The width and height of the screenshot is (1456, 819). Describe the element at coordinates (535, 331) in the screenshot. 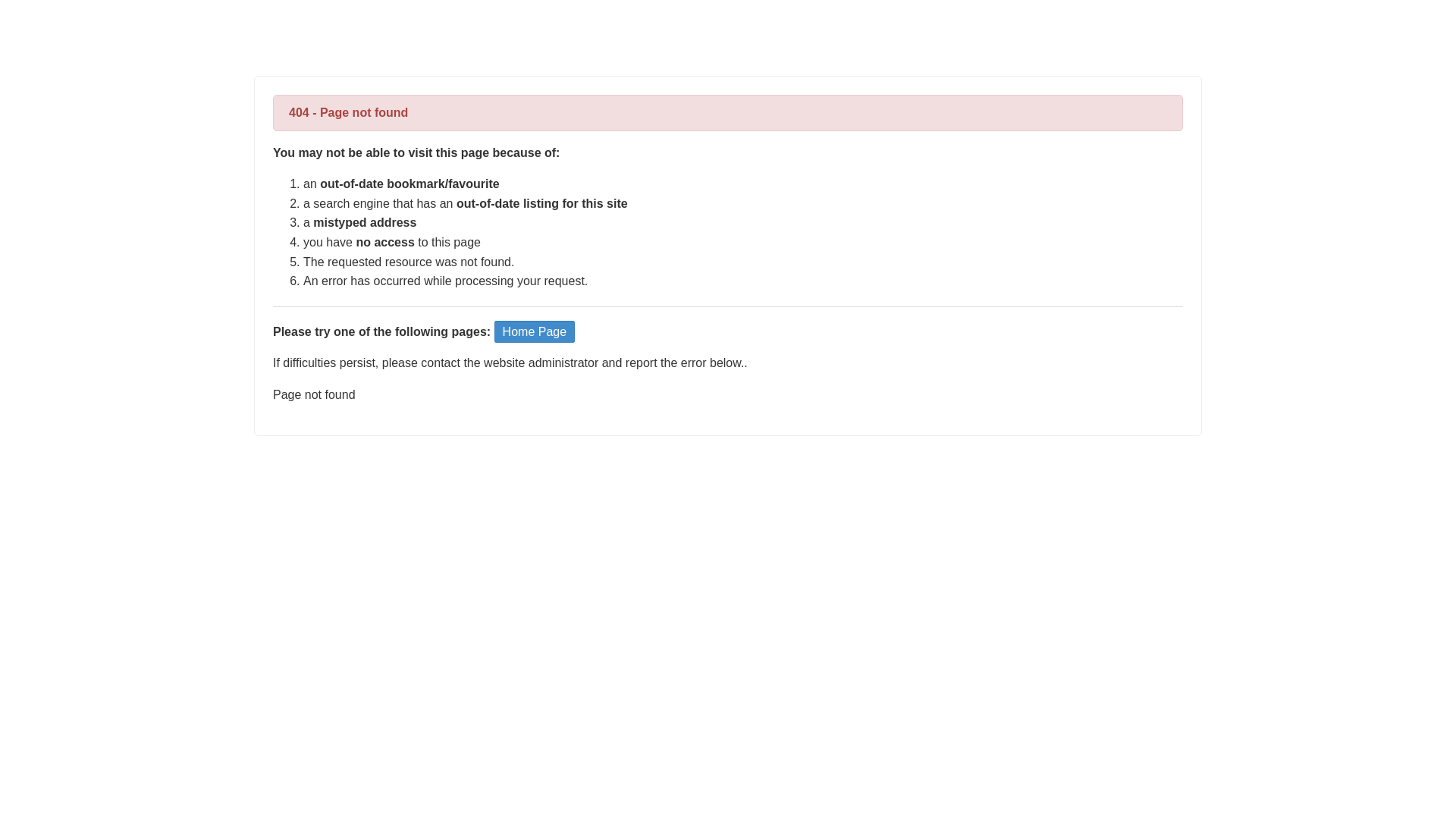

I see `'Home Page'` at that location.